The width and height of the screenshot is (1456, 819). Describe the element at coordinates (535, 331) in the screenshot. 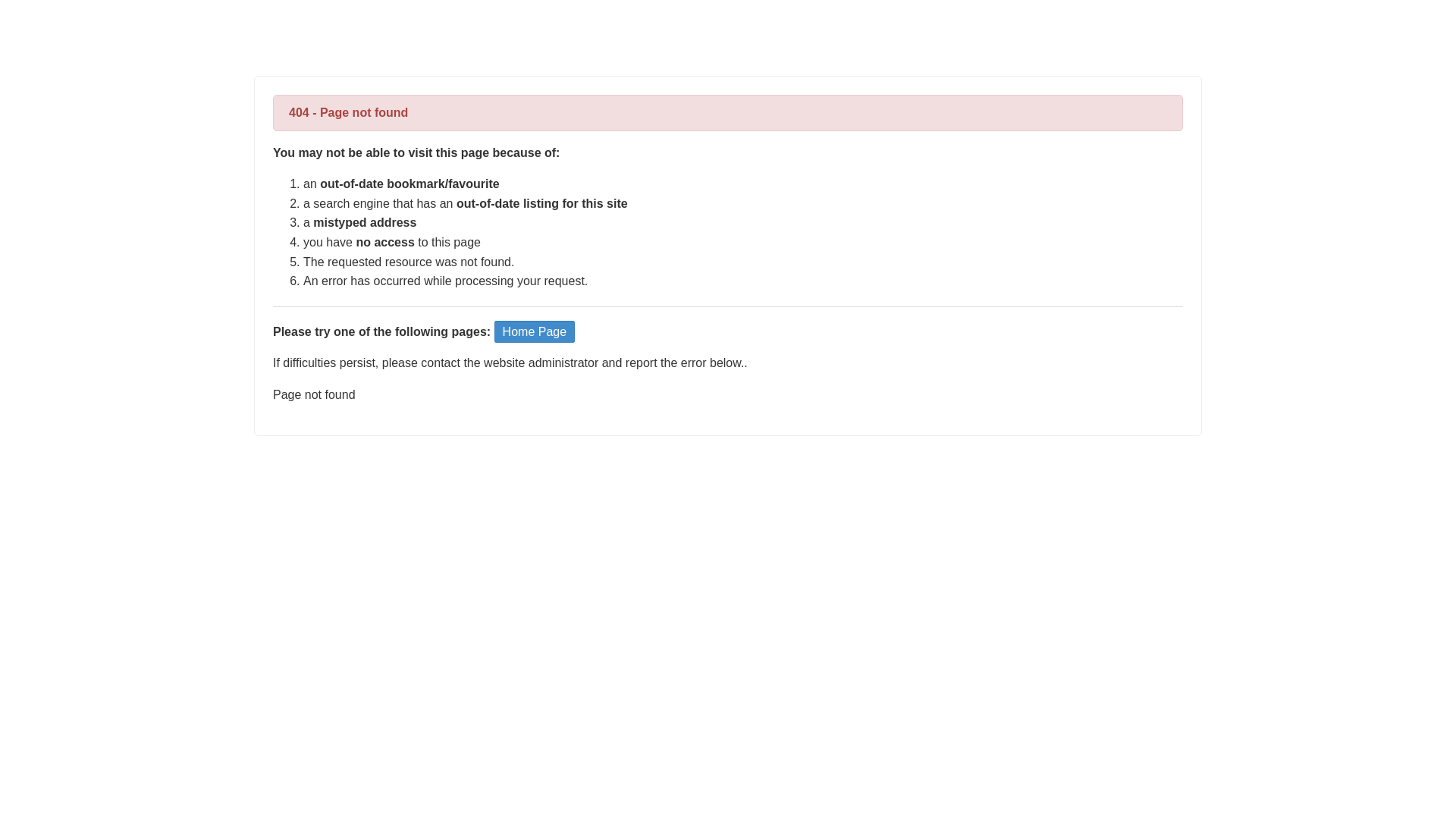

I see `'Home Page'` at that location.